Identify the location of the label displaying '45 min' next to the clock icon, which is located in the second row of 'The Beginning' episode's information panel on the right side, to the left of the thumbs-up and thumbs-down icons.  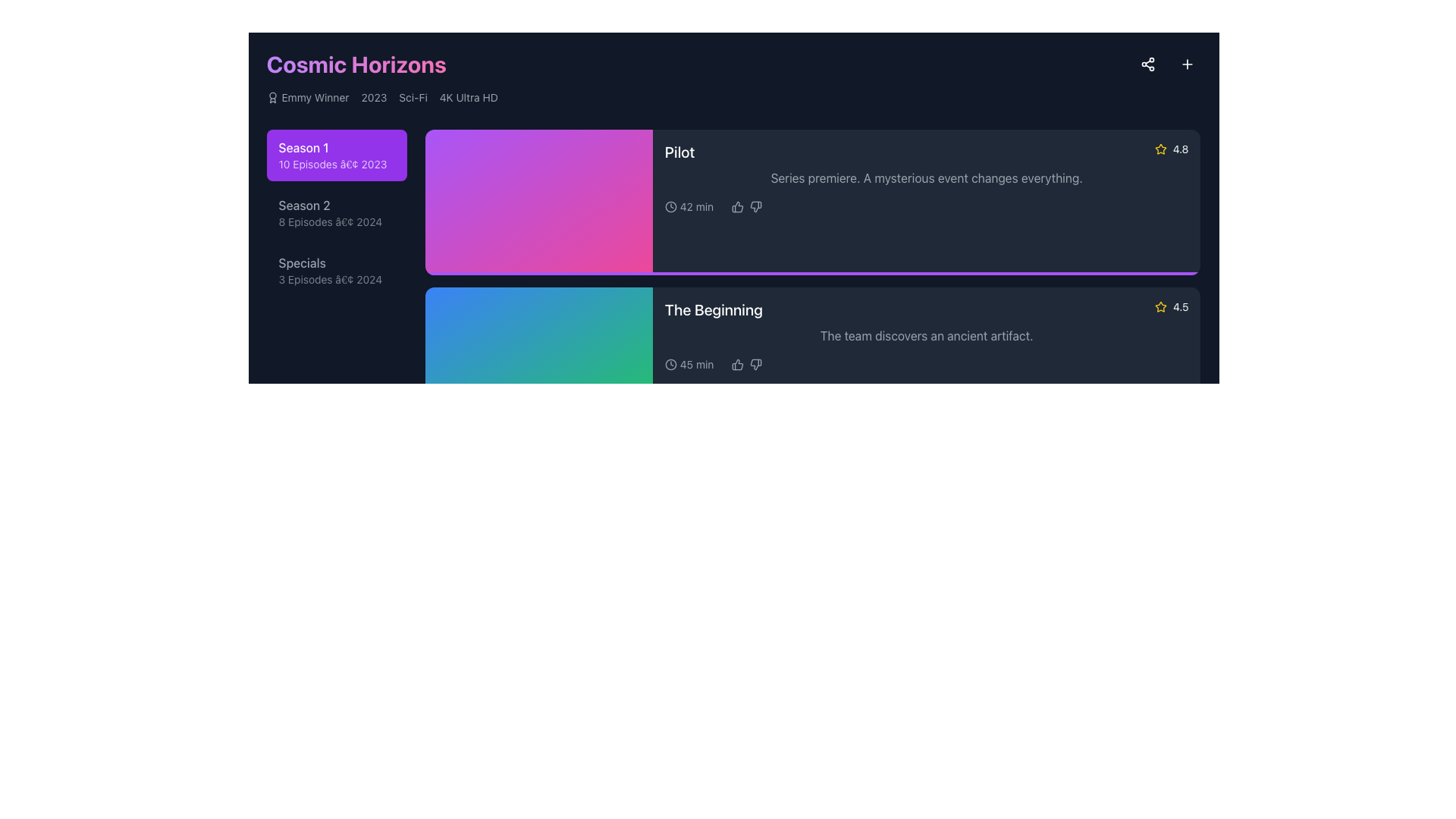
(689, 365).